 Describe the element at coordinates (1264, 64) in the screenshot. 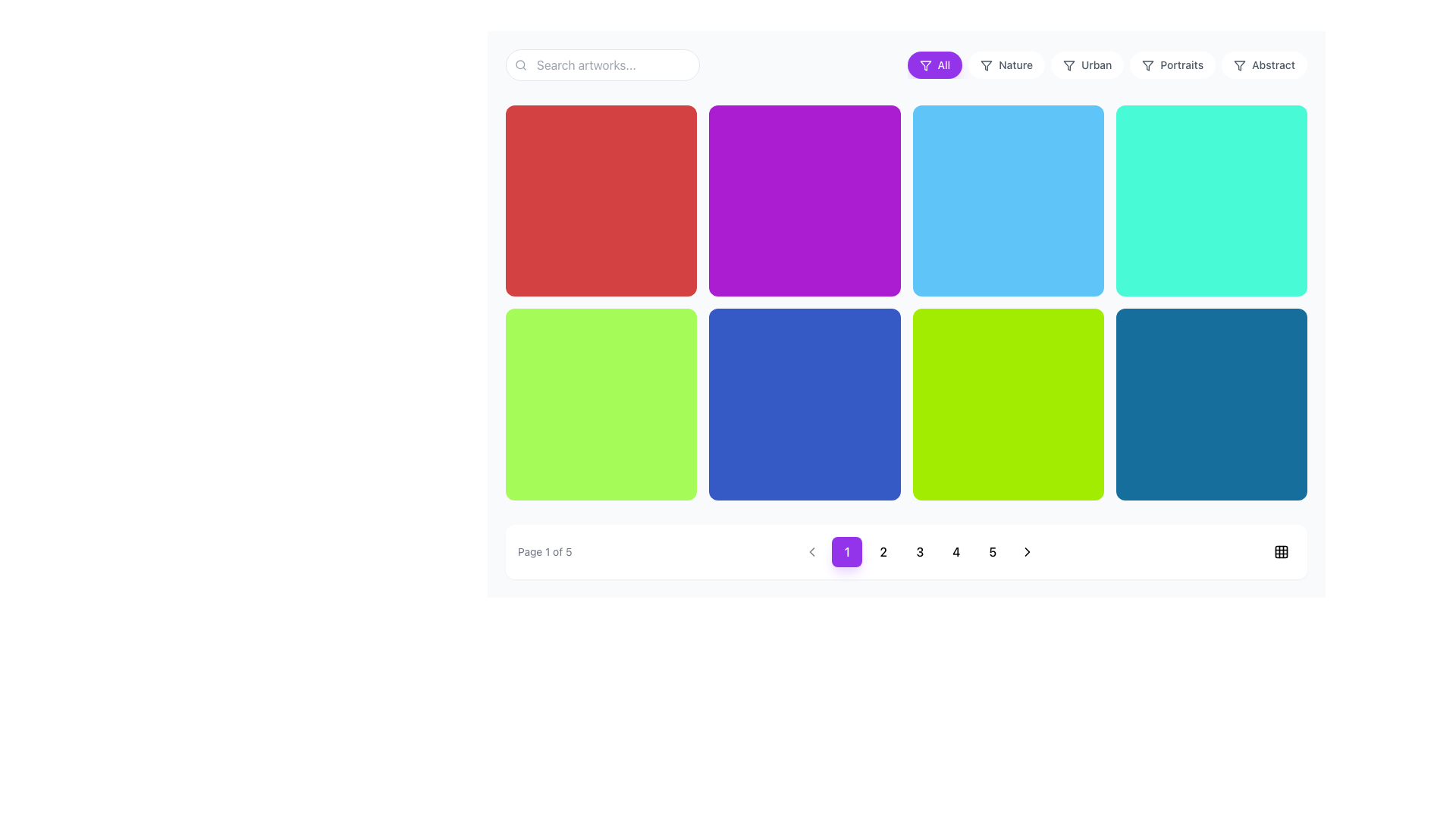

I see `the 'Abstract' button, which is a rounded rectangular button with a white background and gray text, located` at that location.